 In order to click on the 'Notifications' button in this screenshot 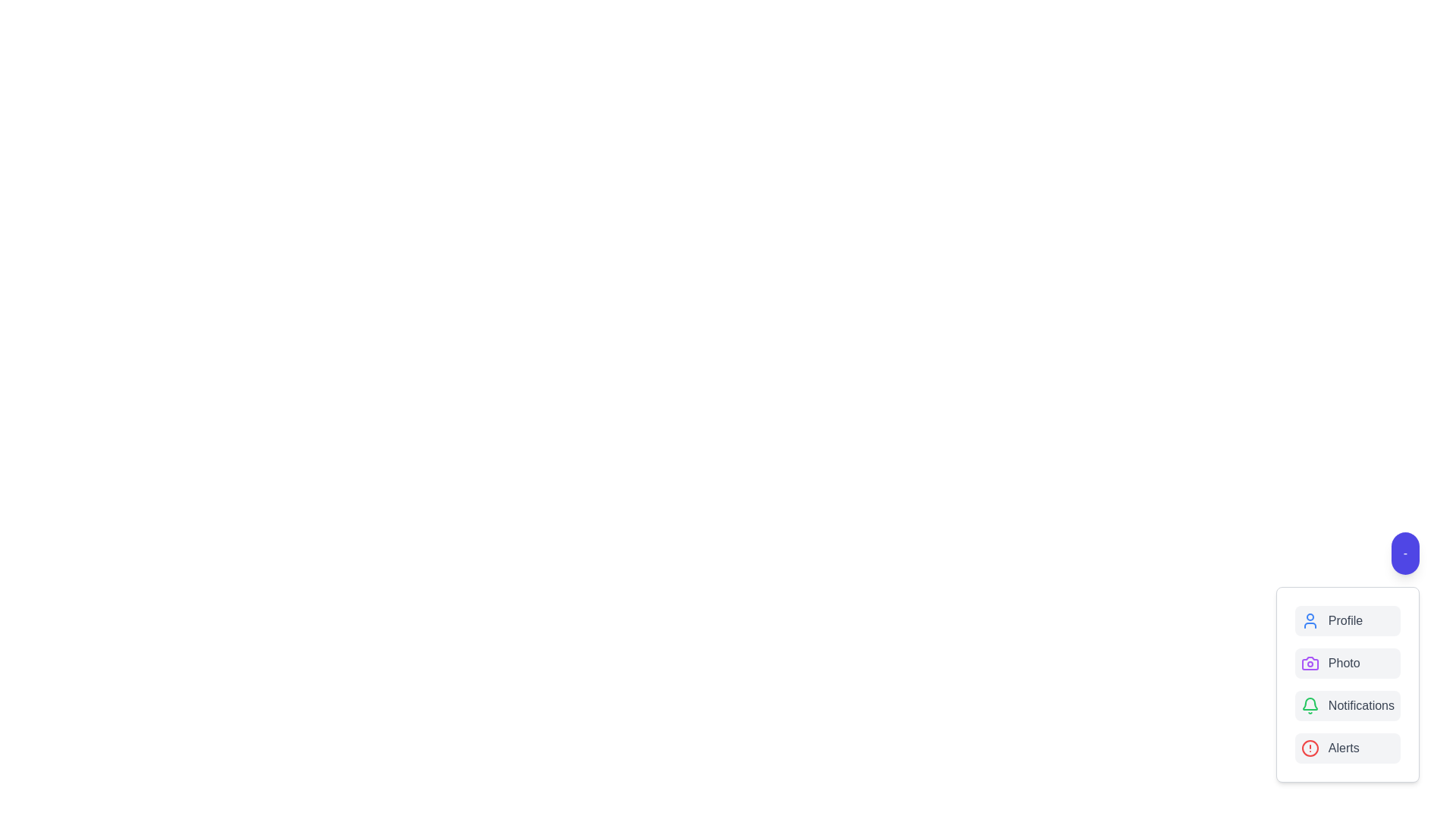, I will do `click(1348, 705)`.